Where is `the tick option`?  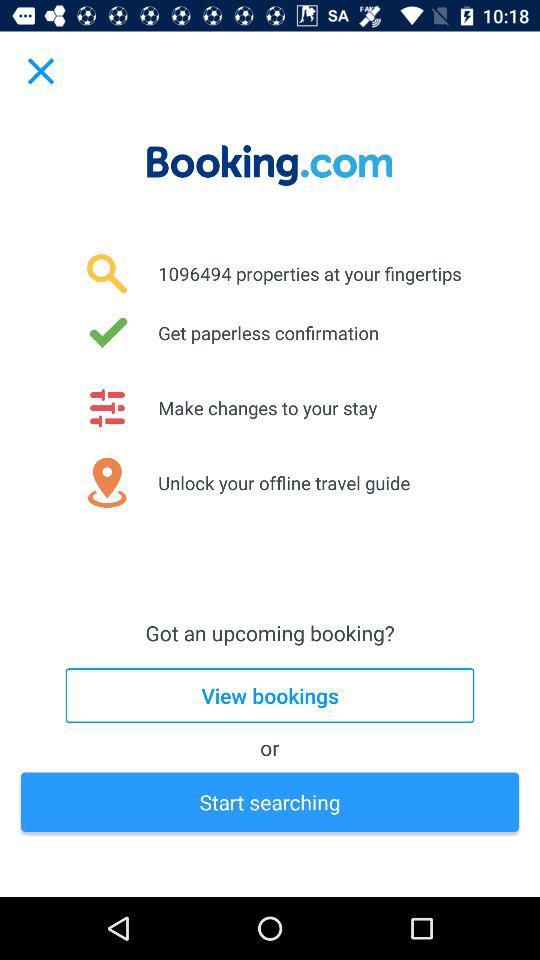
the tick option is located at coordinates (107, 333).